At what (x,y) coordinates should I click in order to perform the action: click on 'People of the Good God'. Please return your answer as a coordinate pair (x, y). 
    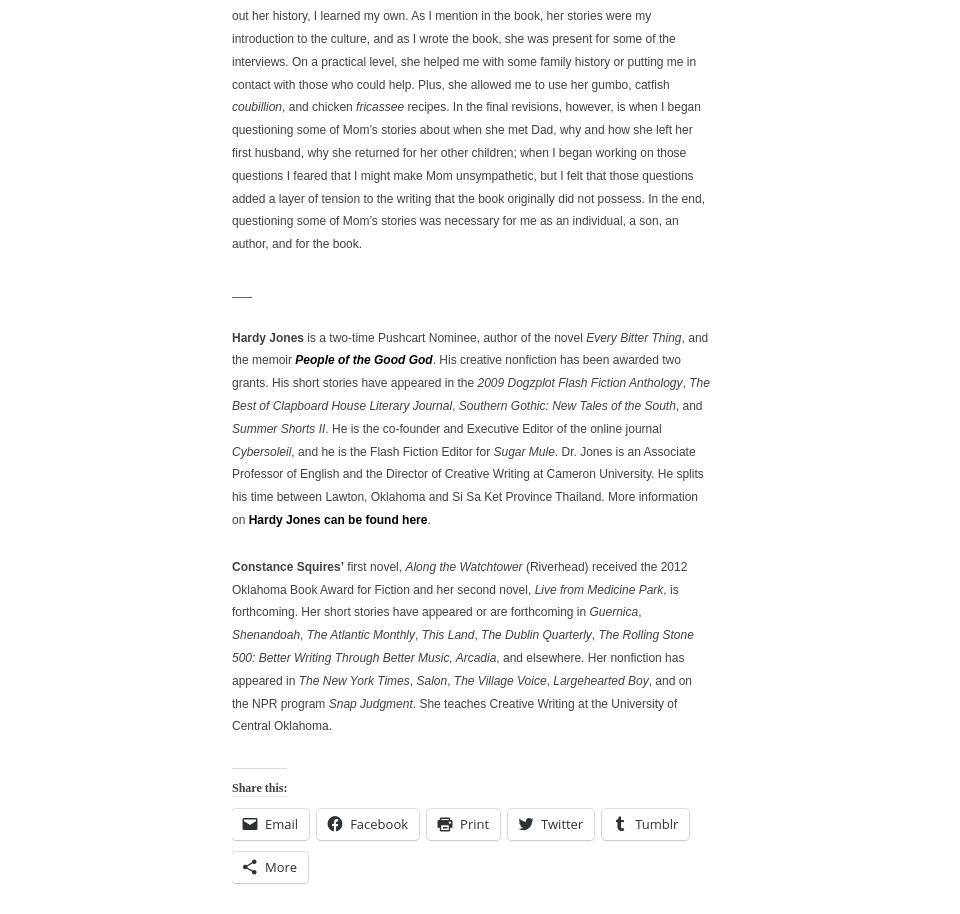
    Looking at the image, I should click on (362, 359).